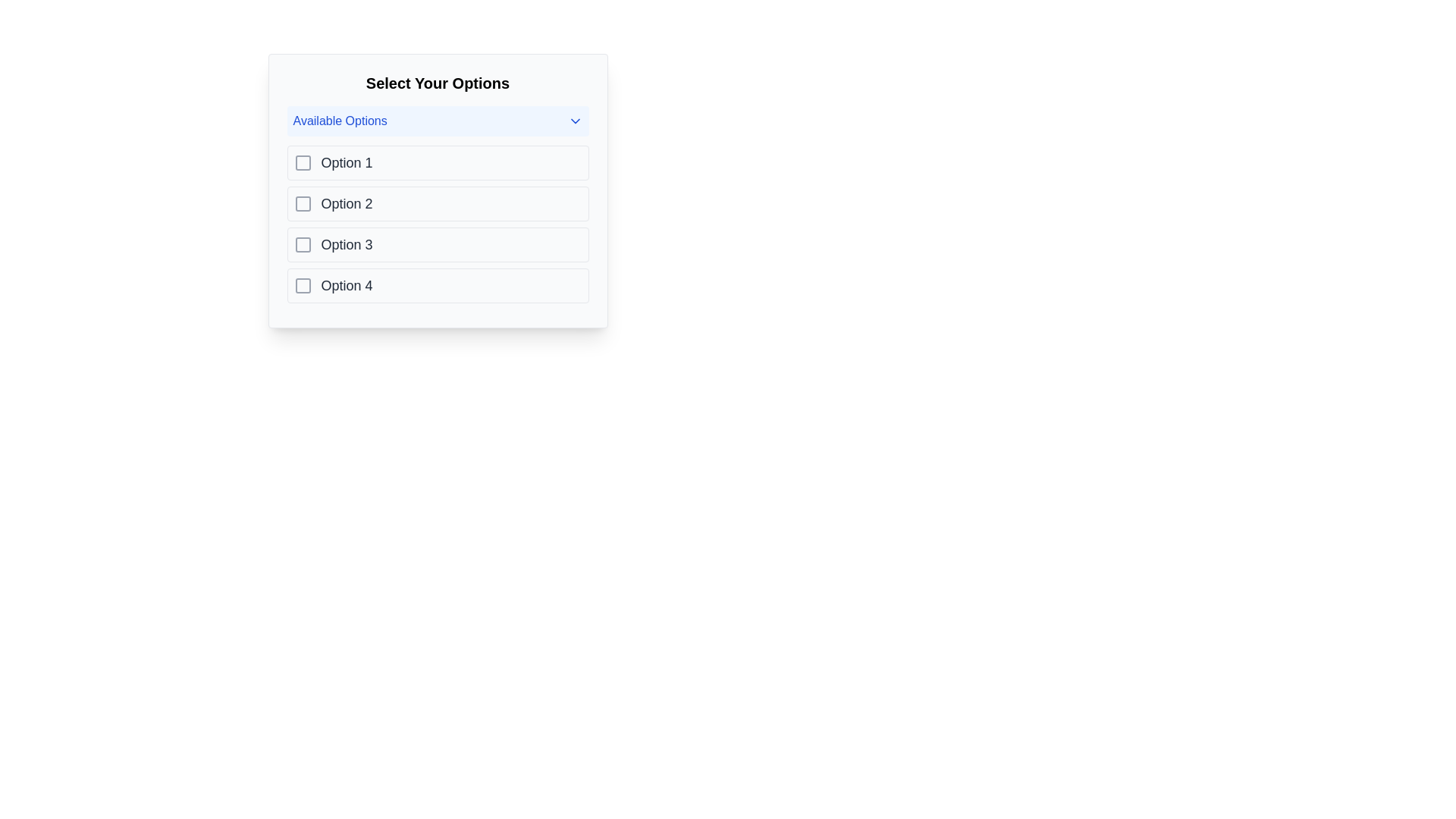  Describe the element at coordinates (437, 286) in the screenshot. I see `the fourth checkbox in the vertically stacked list of options` at that location.